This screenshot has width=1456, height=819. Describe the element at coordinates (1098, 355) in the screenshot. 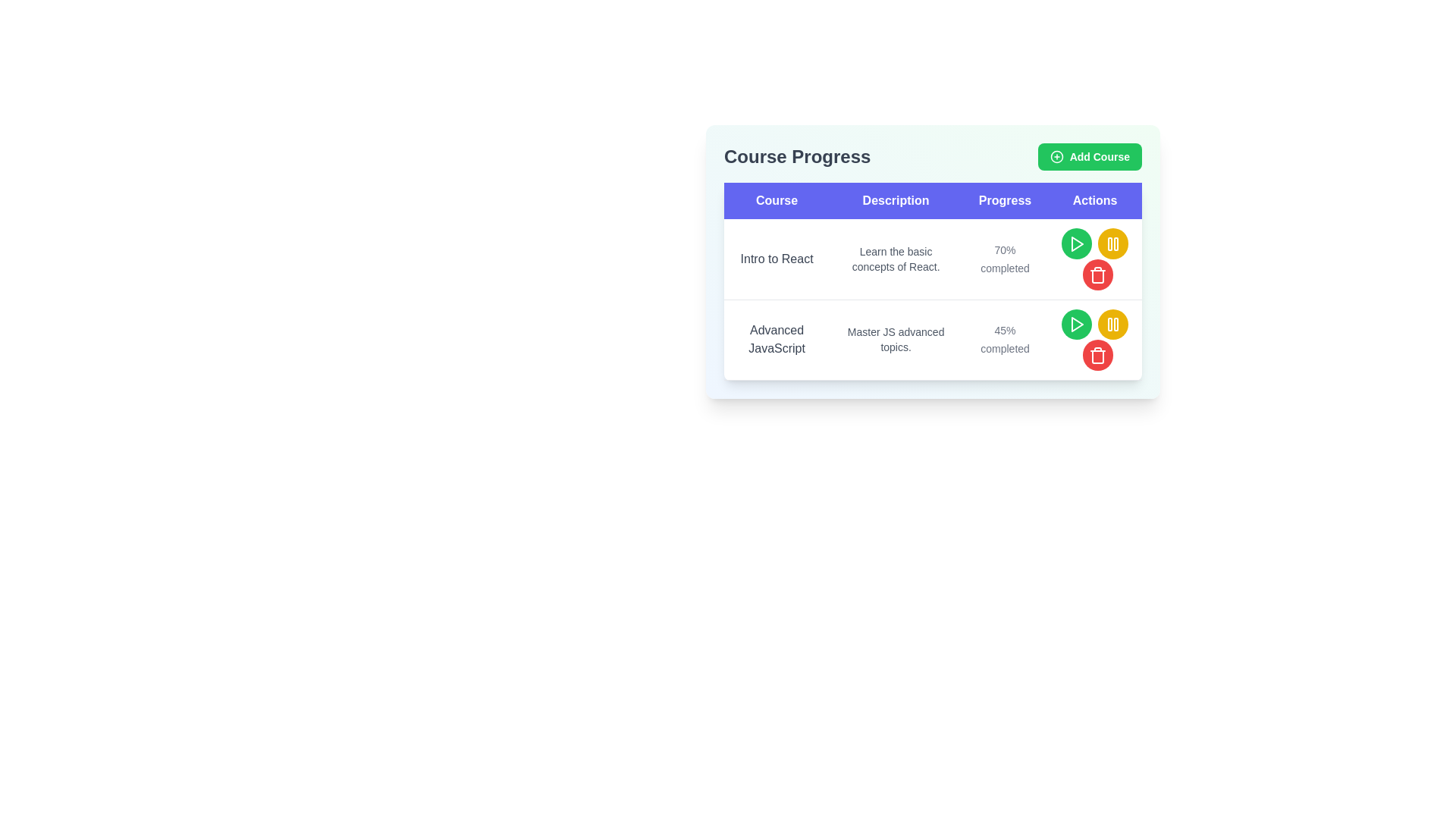

I see `the red delete button in the 'Actions' cell of the second row of the course progress table` at that location.